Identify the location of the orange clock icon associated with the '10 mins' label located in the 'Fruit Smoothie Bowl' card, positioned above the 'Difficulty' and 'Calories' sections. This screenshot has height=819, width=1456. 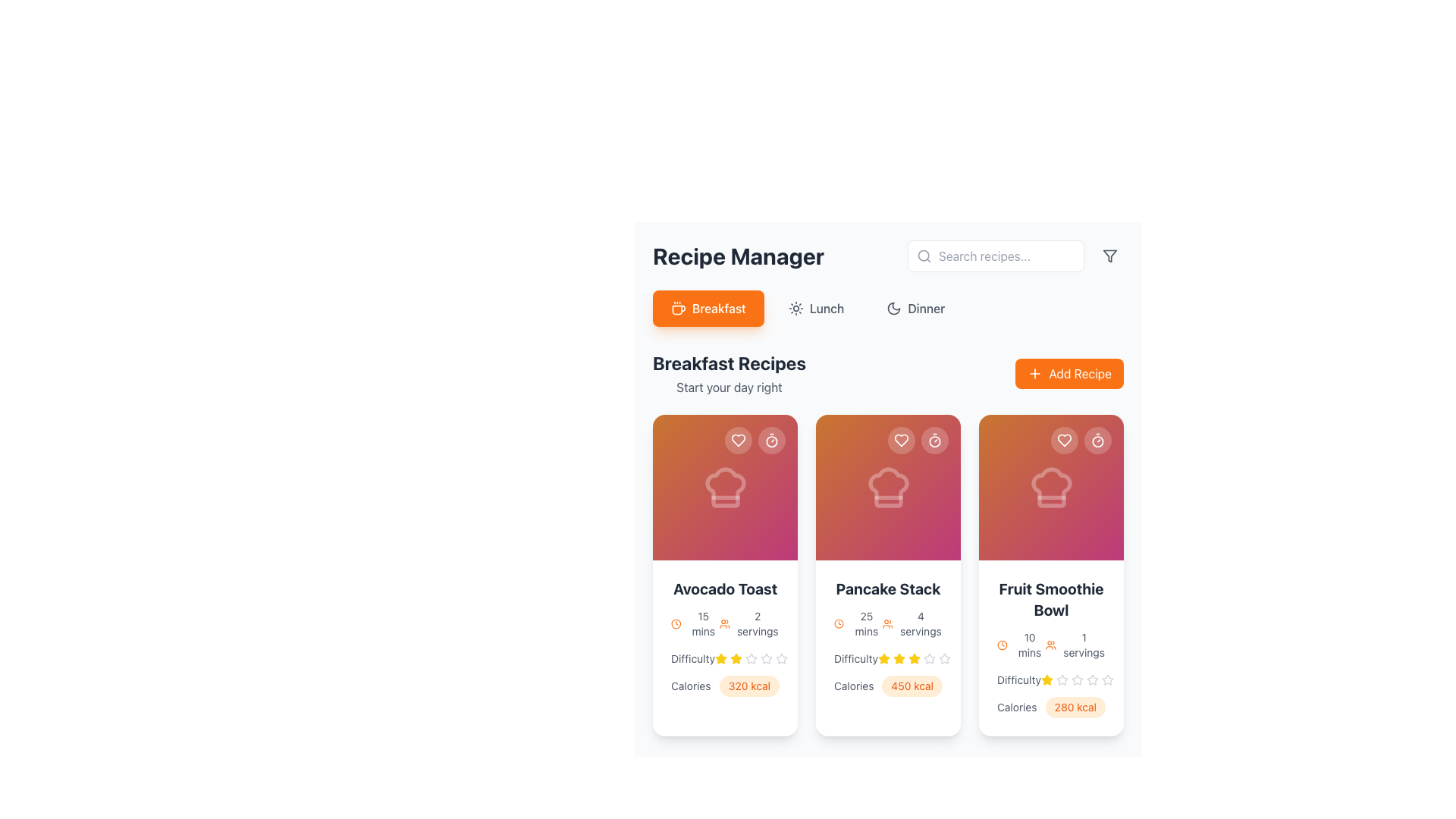
(1021, 645).